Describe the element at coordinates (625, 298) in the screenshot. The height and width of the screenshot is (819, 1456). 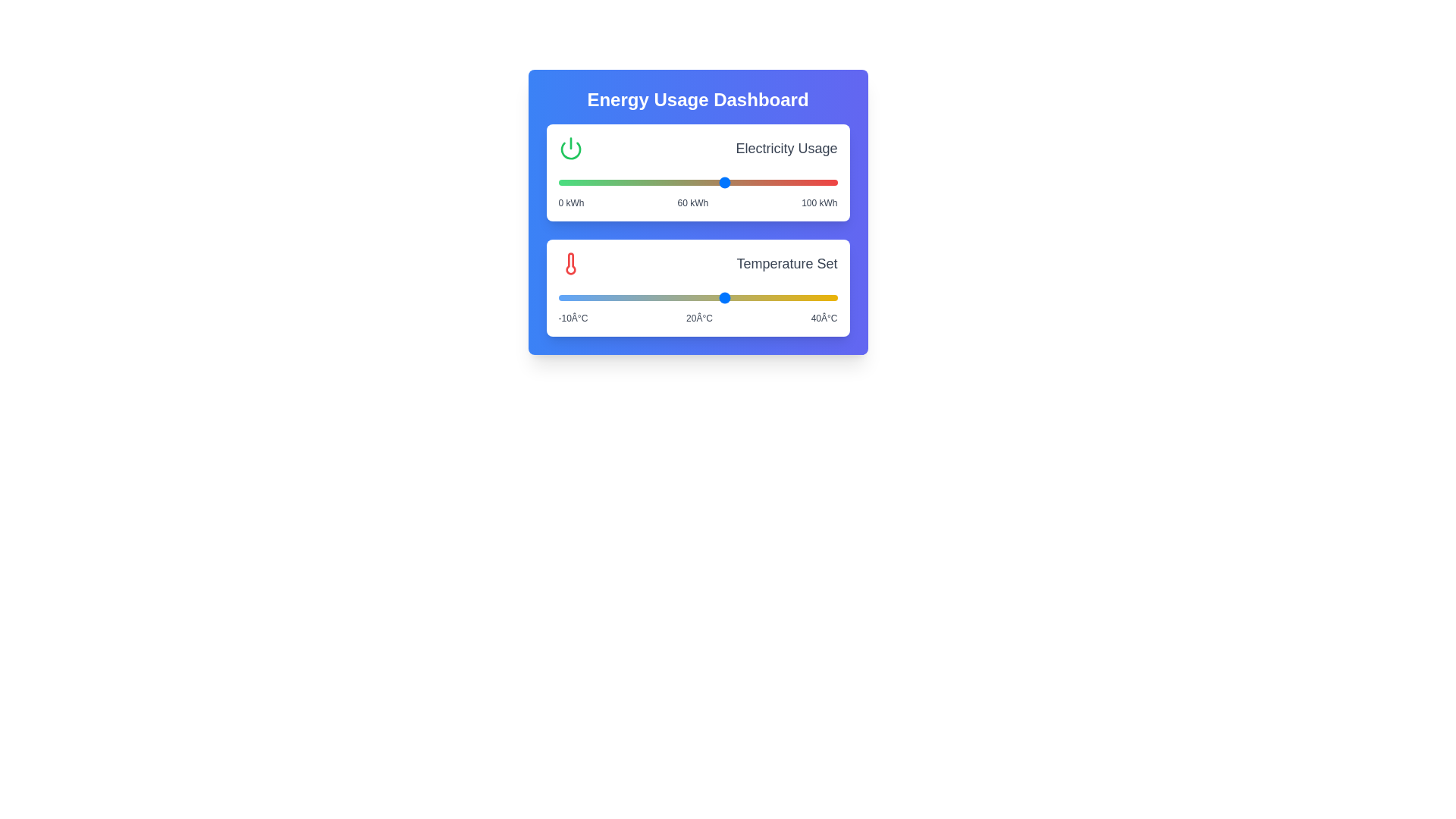
I see `the temperature slider to 2°C` at that location.